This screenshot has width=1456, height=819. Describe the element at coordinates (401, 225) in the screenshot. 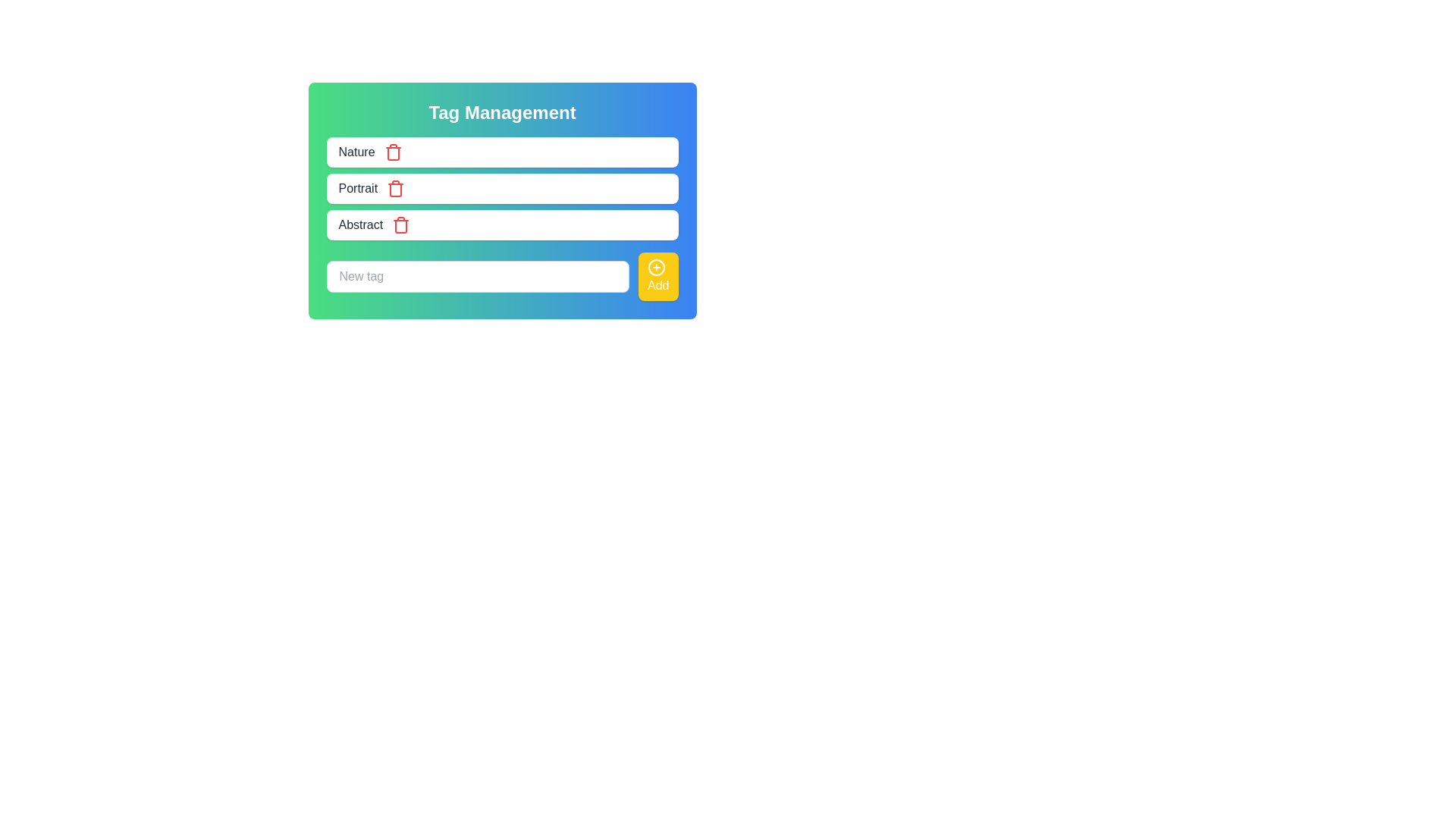

I see `the tag labeled 'Abstract' by clicking the corresponding 'Trash' icon` at that location.